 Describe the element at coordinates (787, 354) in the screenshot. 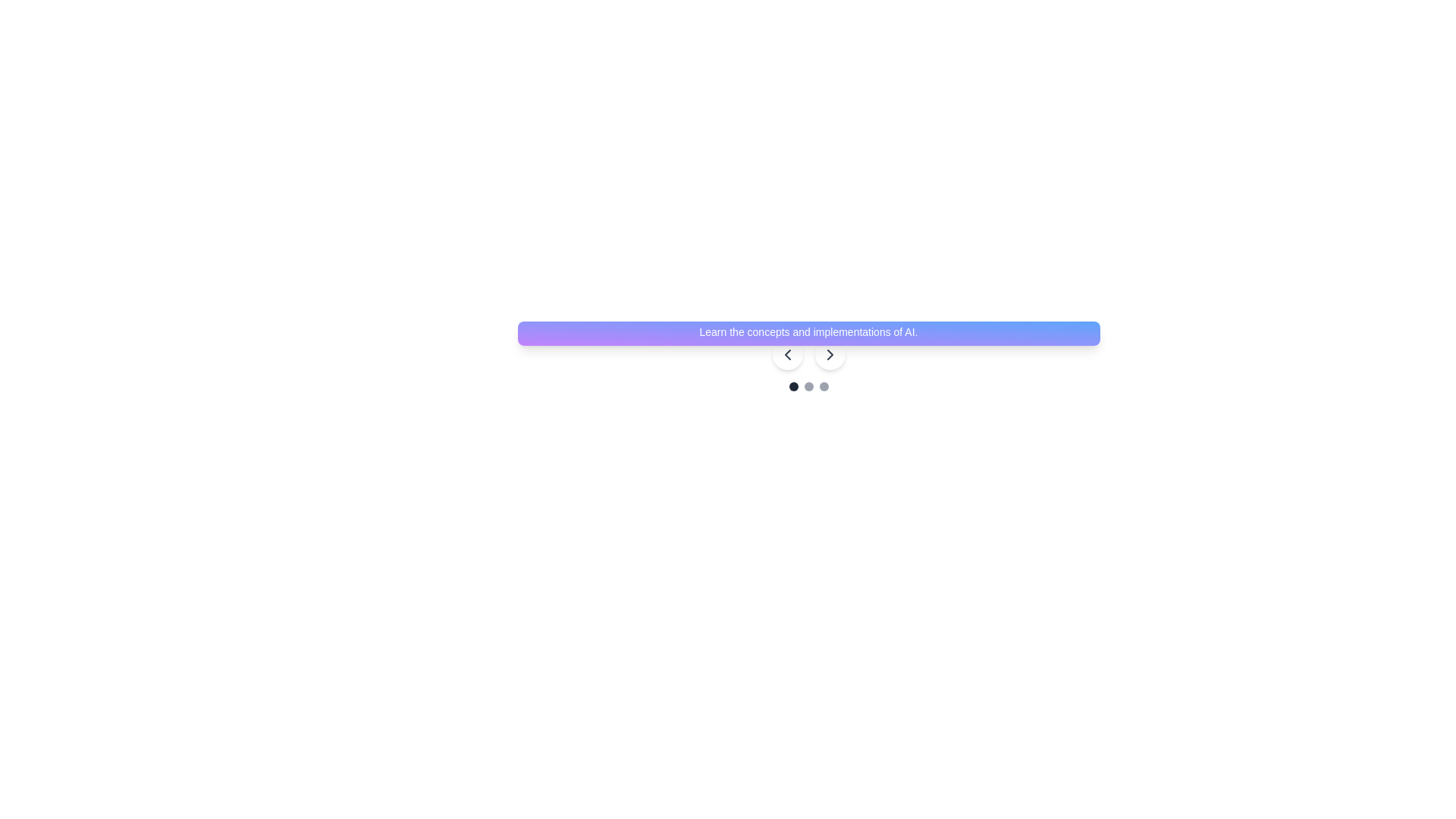

I see `the Chevron Left icon` at that location.